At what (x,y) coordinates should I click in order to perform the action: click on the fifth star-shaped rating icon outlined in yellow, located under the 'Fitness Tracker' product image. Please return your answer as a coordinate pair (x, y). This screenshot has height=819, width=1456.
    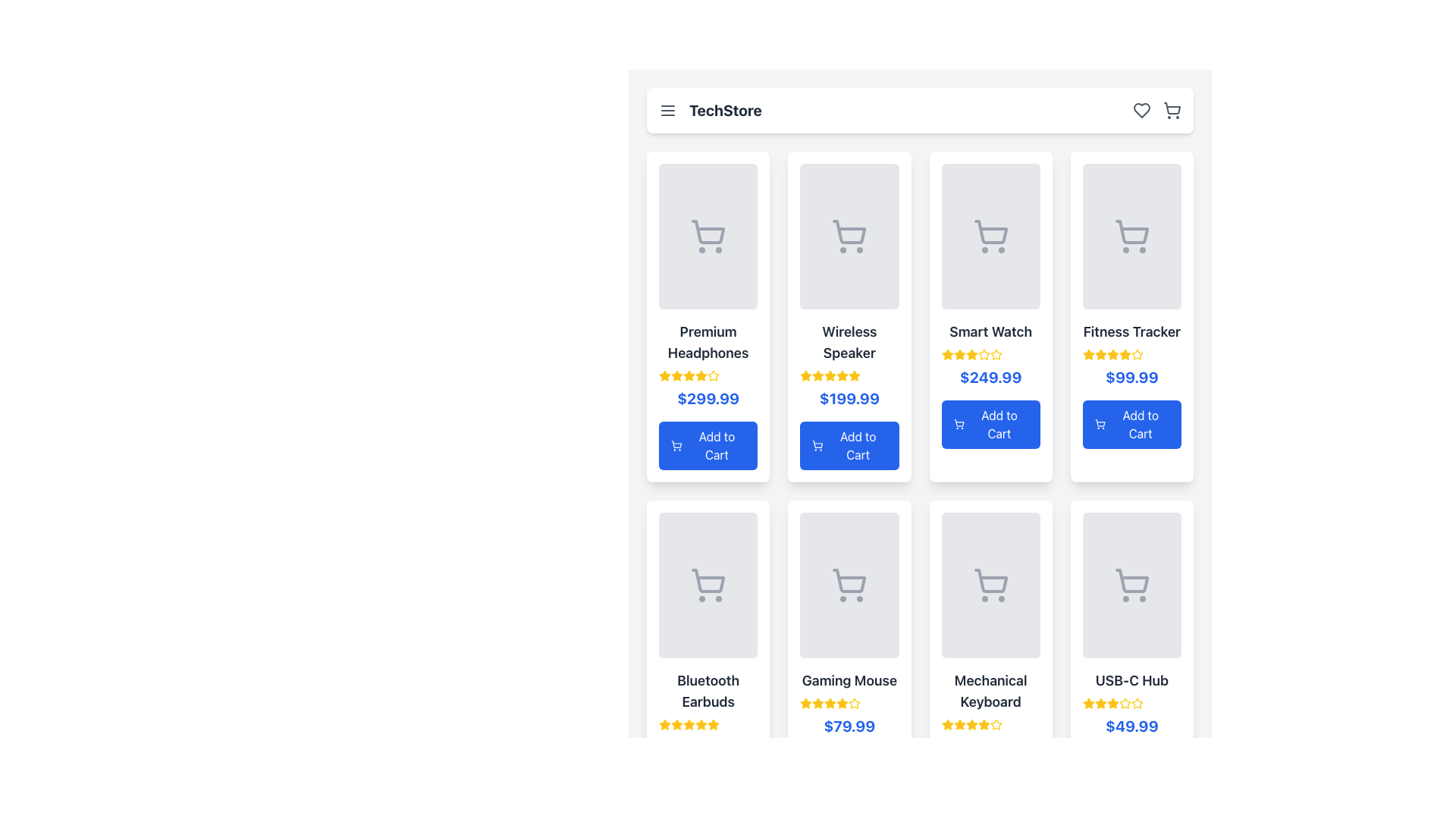
    Looking at the image, I should click on (1137, 354).